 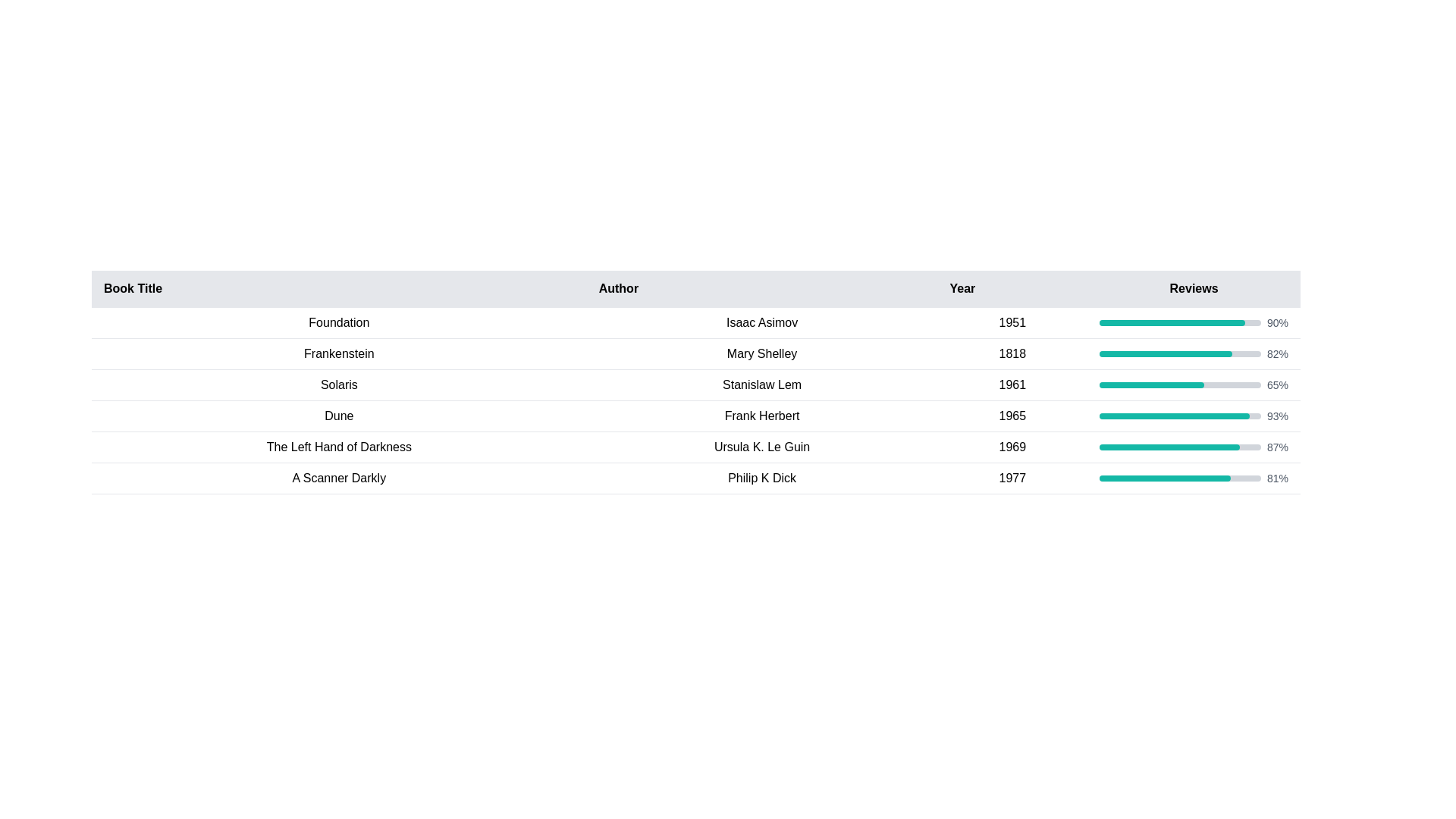 What do you see at coordinates (1012, 322) in the screenshot?
I see `the static text displaying the year '1951' in the 'Year' column of the table for the book 'Foundation' by 'Isaac Asimov'` at bounding box center [1012, 322].